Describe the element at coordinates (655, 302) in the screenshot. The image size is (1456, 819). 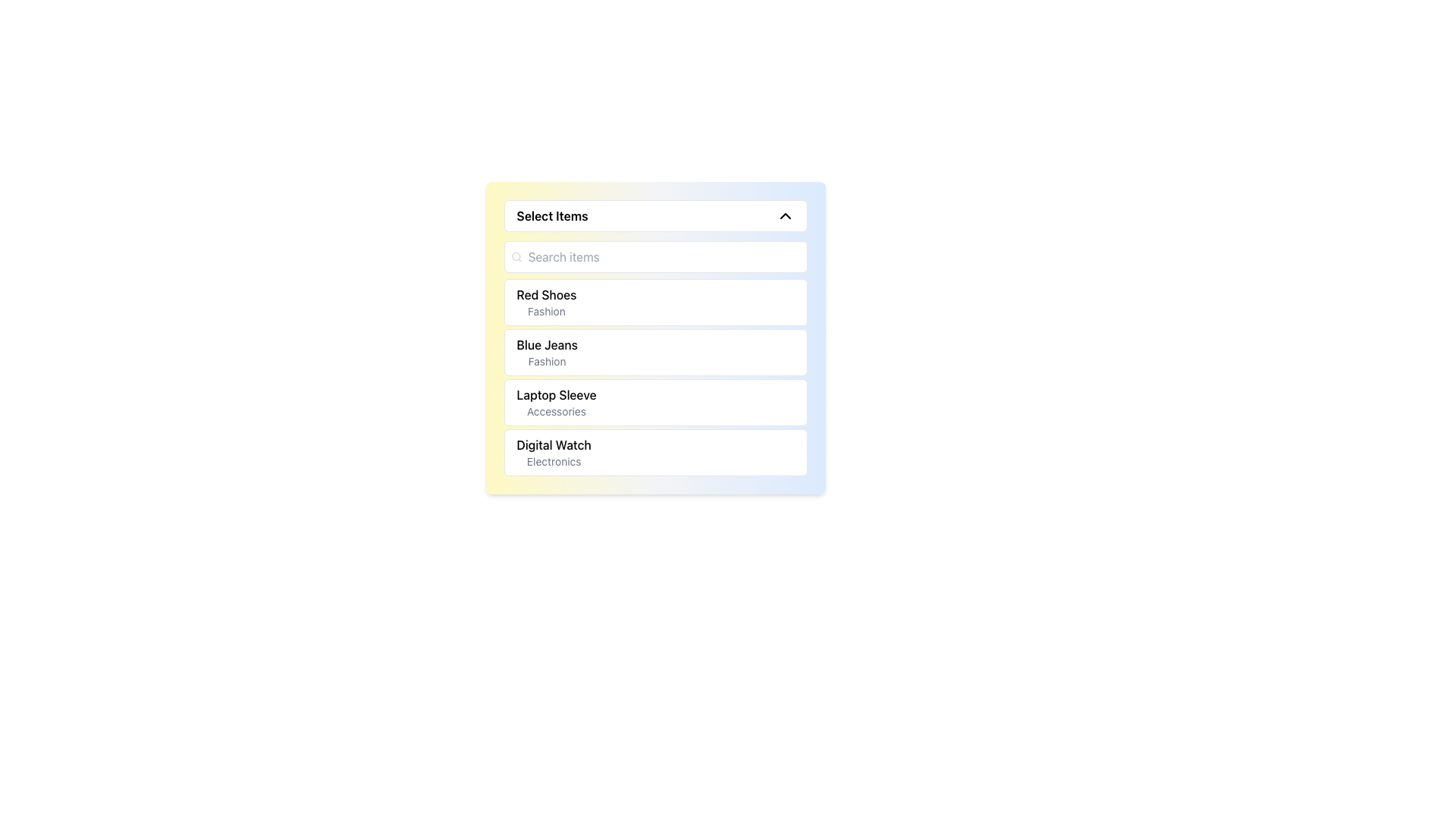
I see `the first selectable list item labeled 'Red Shoes' within the dropdown interface` at that location.